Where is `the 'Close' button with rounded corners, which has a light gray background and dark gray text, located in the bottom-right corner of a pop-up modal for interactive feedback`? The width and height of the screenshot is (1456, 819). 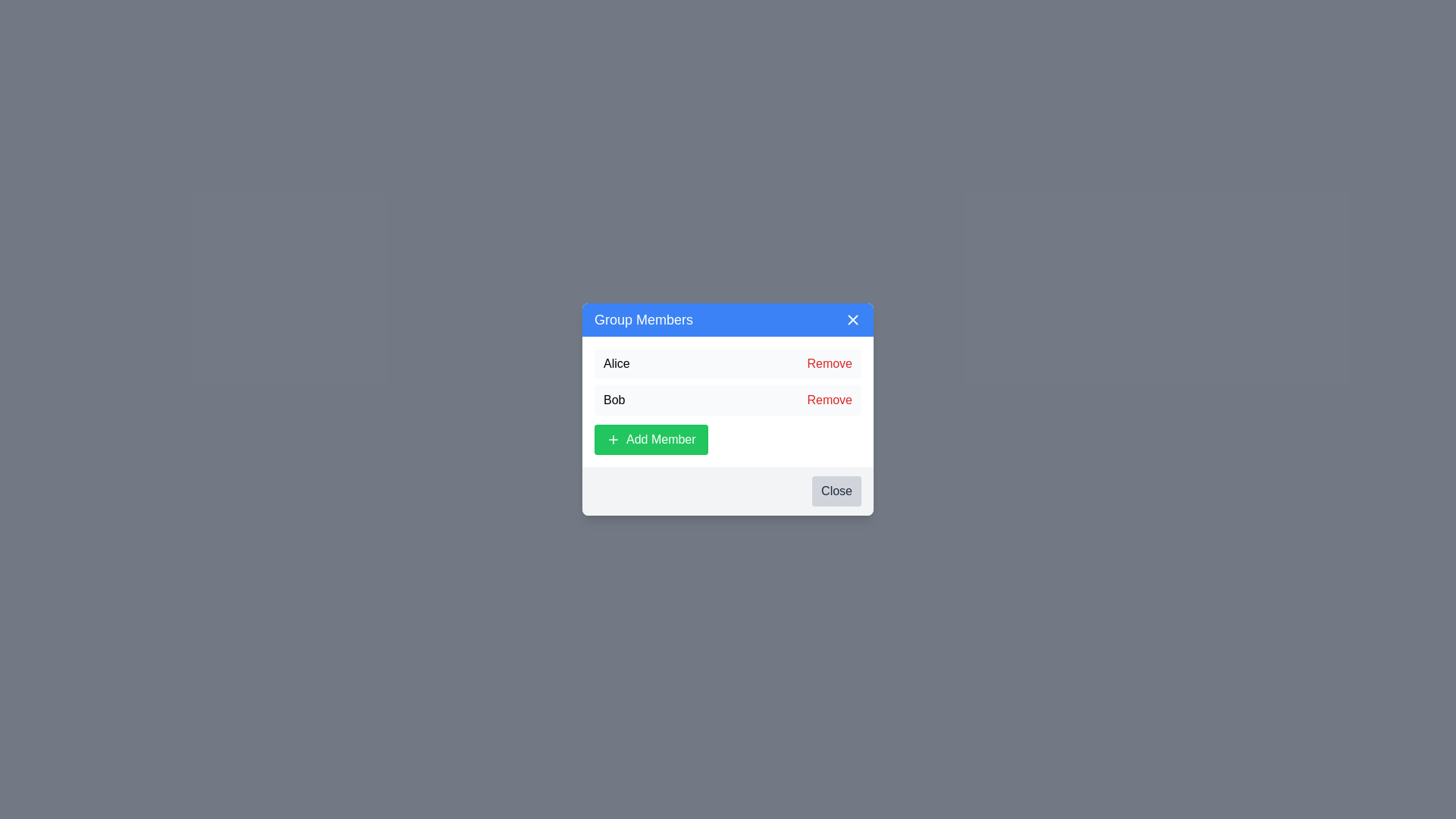 the 'Close' button with rounded corners, which has a light gray background and dark gray text, located in the bottom-right corner of a pop-up modal for interactive feedback is located at coordinates (836, 491).